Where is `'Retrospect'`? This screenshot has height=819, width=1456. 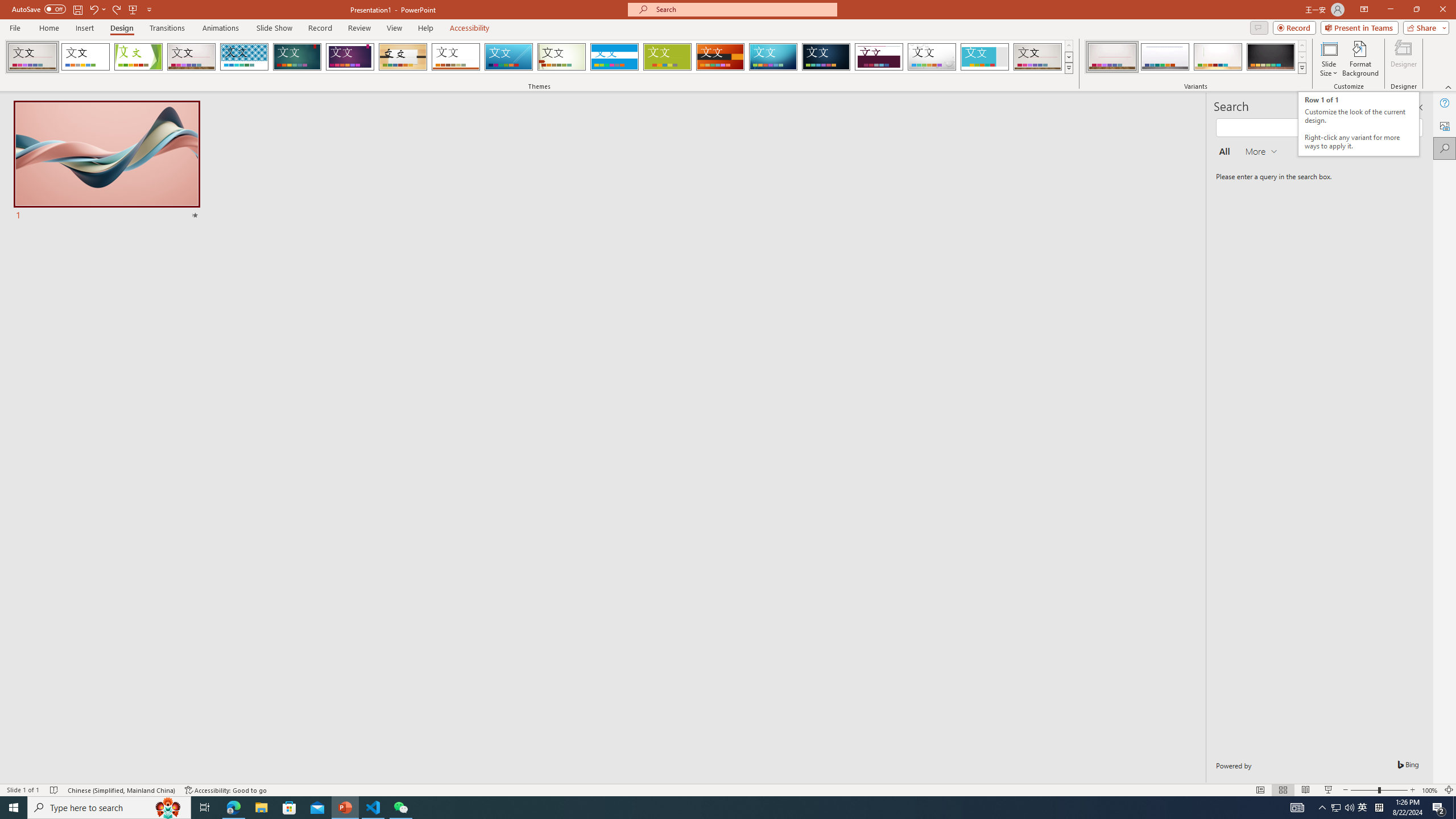
'Retrospect' is located at coordinates (455, 56).